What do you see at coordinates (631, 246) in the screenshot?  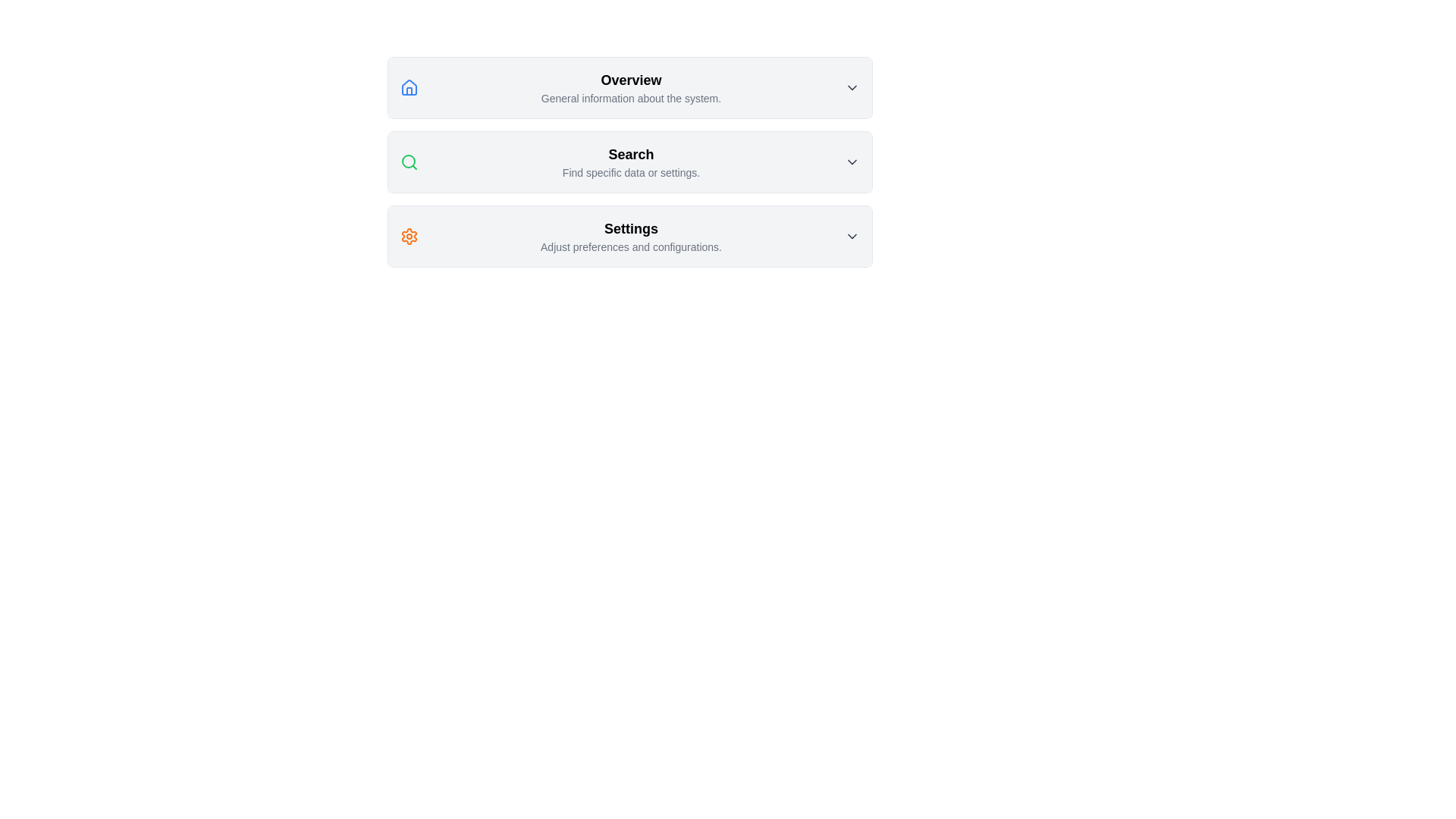 I see `the explanatory text label located within the 'Settings' section, which provides guidance on its functionalities` at bounding box center [631, 246].